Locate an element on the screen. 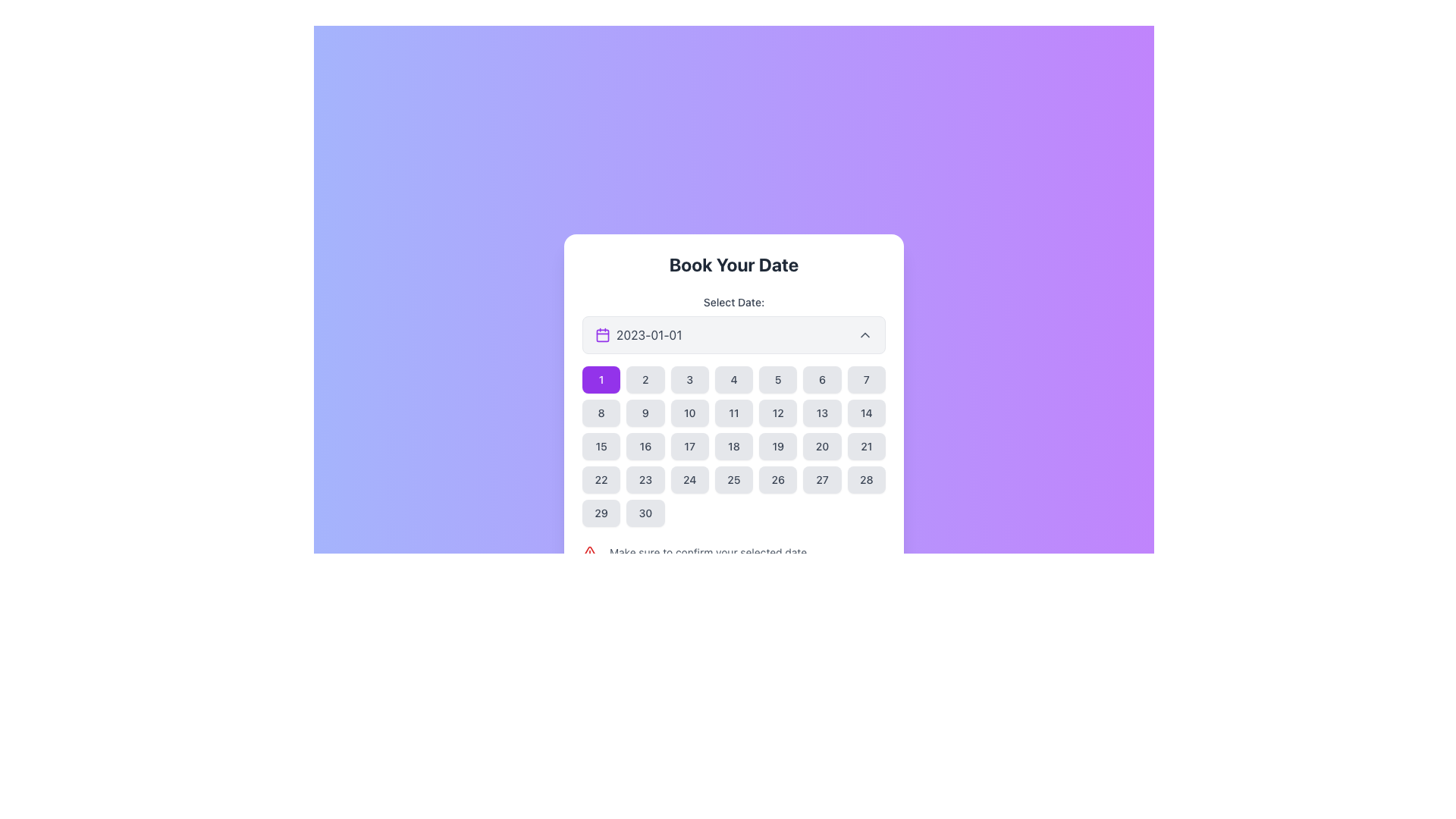 This screenshot has height=819, width=1456. the button labeled '6' which is styled as a rounded rectangle with a gray background and is the 6th item in the first row of a grid in a calendar layout is located at coordinates (821, 379).